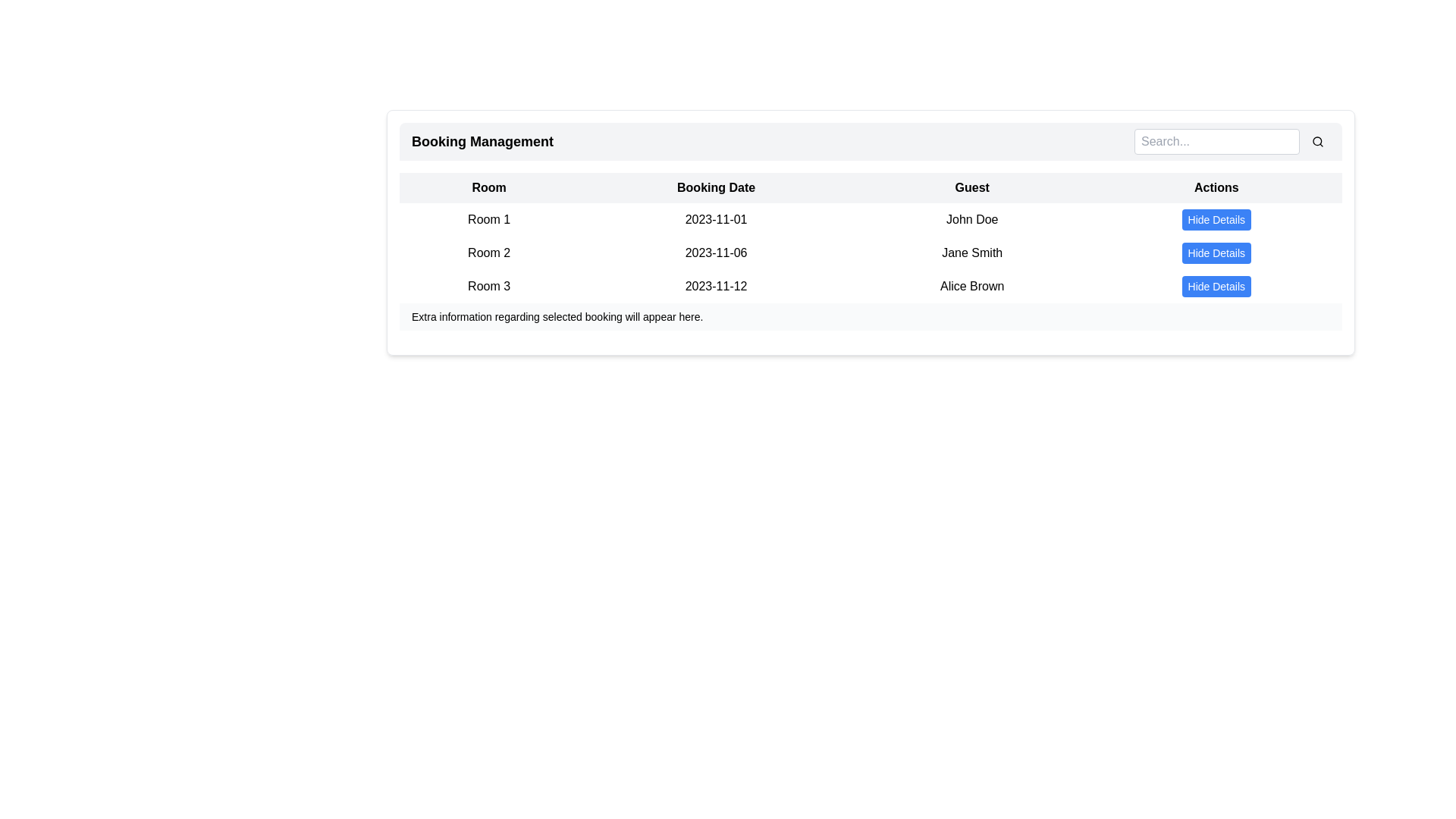  What do you see at coordinates (715, 219) in the screenshot?
I see `the static text element that displays the booking date, located in the 'Booking Date' column of the table, adjacent to 'Room 1' and 'John Doe'` at bounding box center [715, 219].